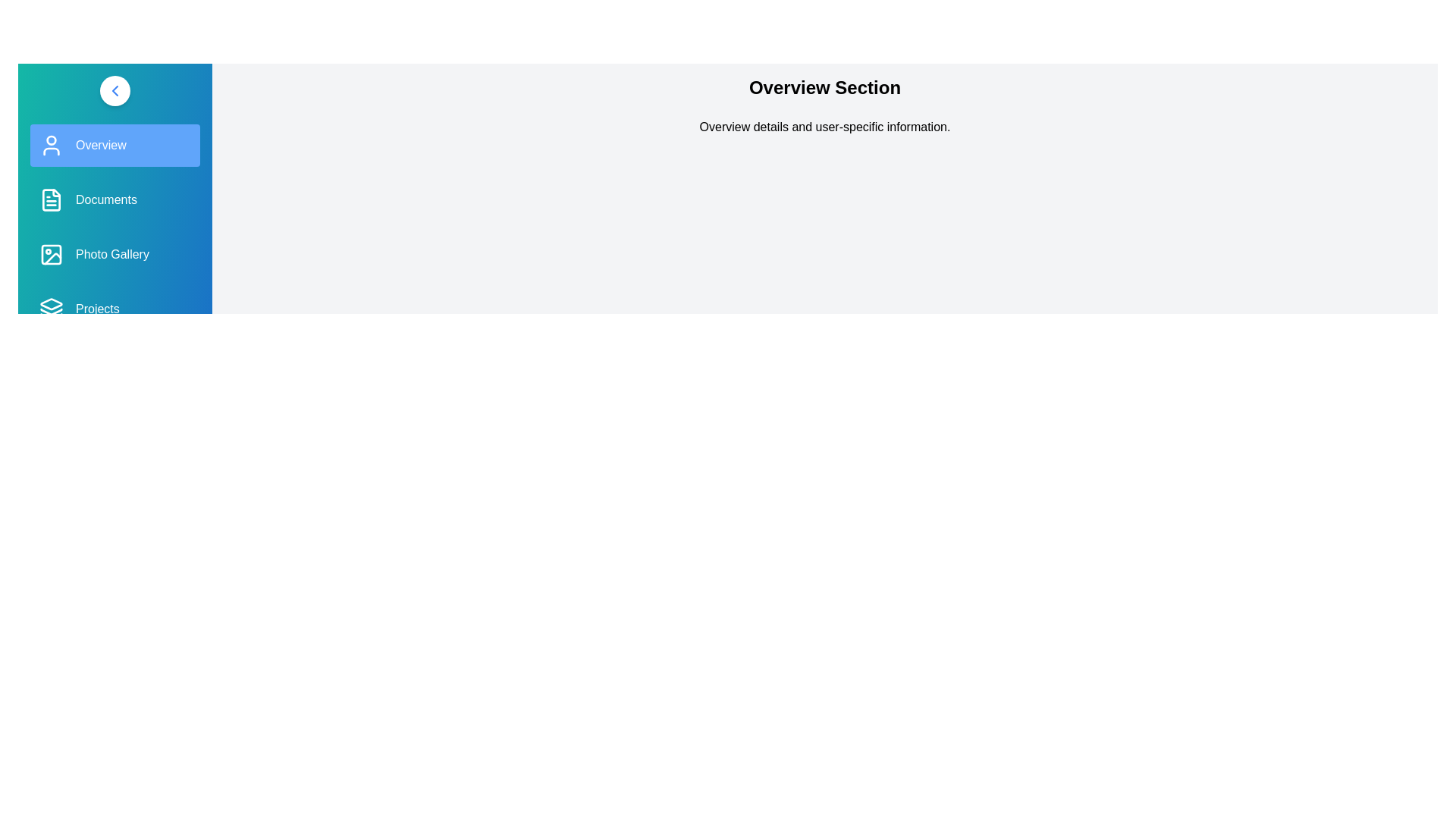 Image resolution: width=1456 pixels, height=819 pixels. What do you see at coordinates (115, 146) in the screenshot?
I see `the navigation item Overview from the list` at bounding box center [115, 146].